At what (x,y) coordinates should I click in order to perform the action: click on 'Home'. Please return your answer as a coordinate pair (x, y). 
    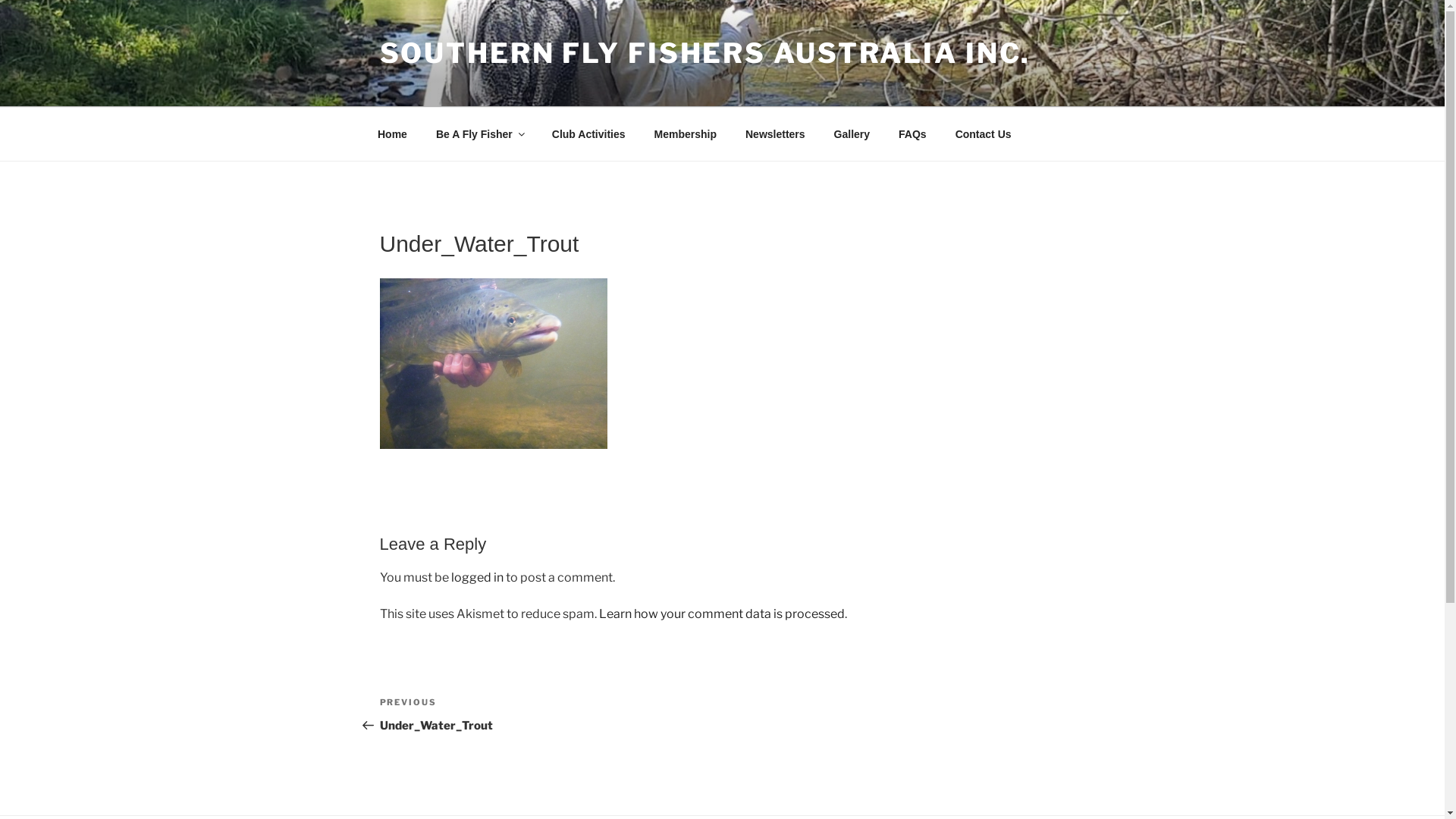
    Looking at the image, I should click on (392, 133).